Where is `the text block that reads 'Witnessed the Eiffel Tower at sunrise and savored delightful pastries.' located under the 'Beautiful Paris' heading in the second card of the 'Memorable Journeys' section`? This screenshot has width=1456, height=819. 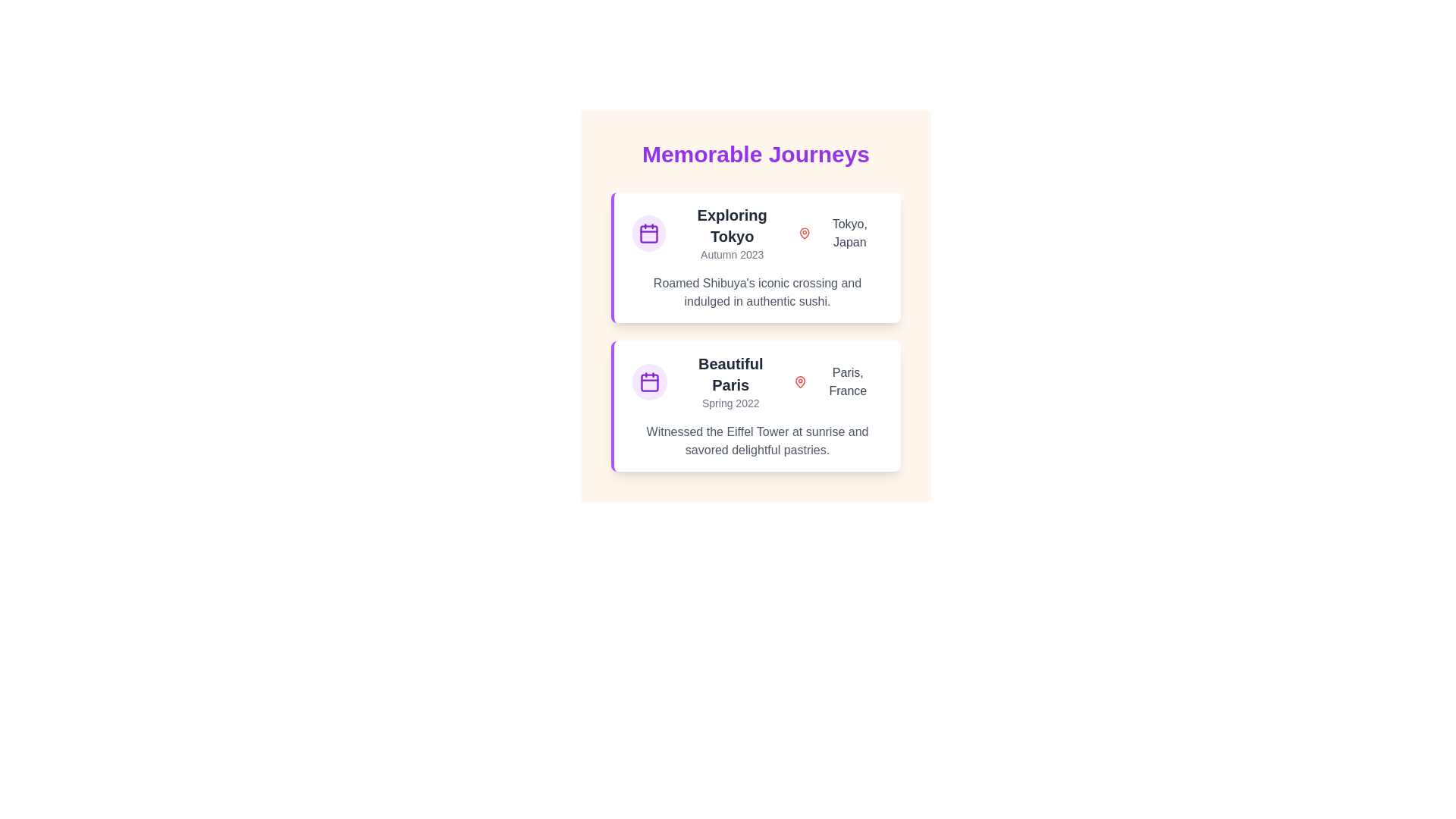
the text block that reads 'Witnessed the Eiffel Tower at sunrise and savored delightful pastries.' located under the 'Beautiful Paris' heading in the second card of the 'Memorable Journeys' section is located at coordinates (757, 441).